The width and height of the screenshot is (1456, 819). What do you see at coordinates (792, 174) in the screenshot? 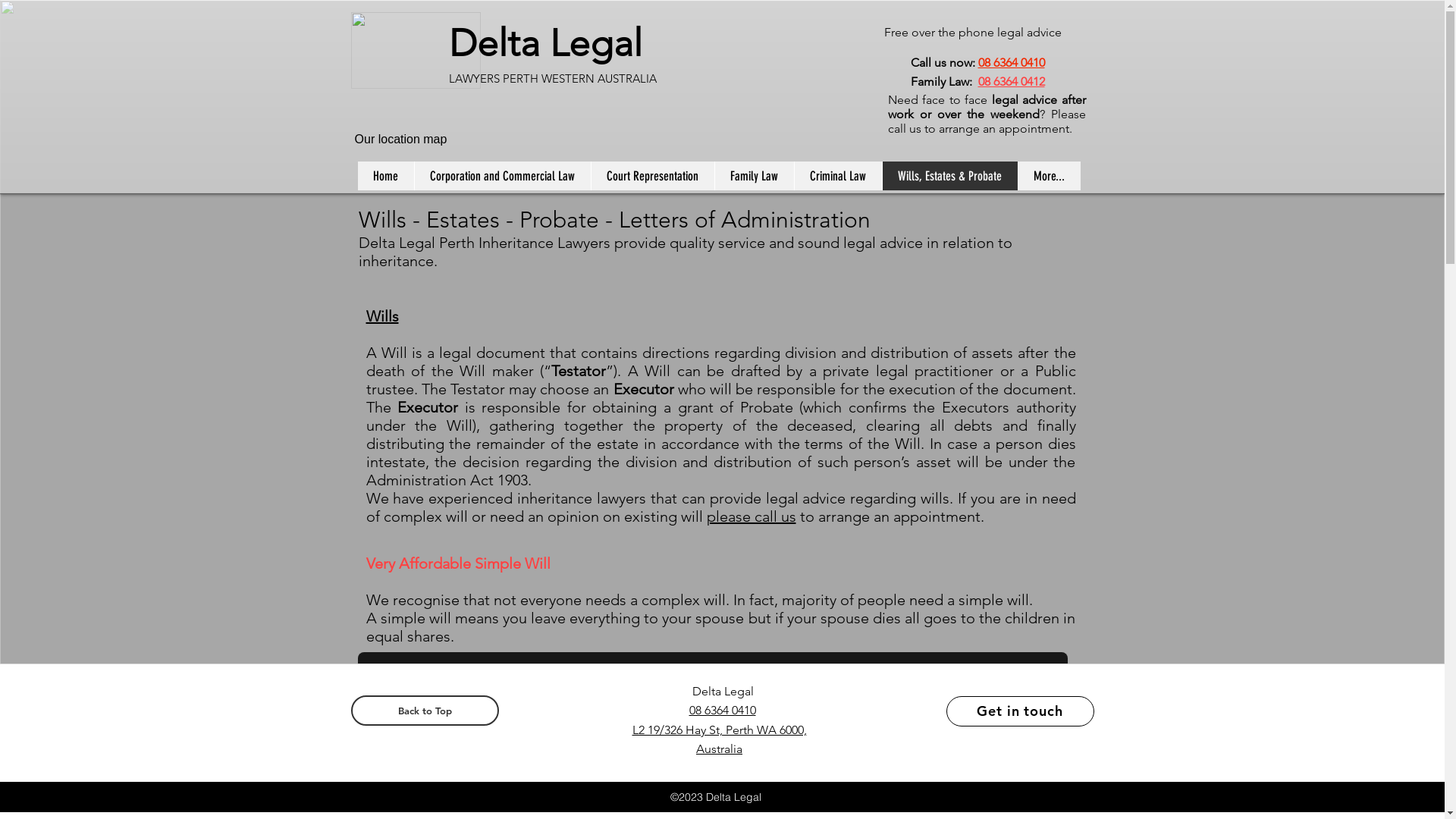
I see `'Criminal Law'` at bounding box center [792, 174].